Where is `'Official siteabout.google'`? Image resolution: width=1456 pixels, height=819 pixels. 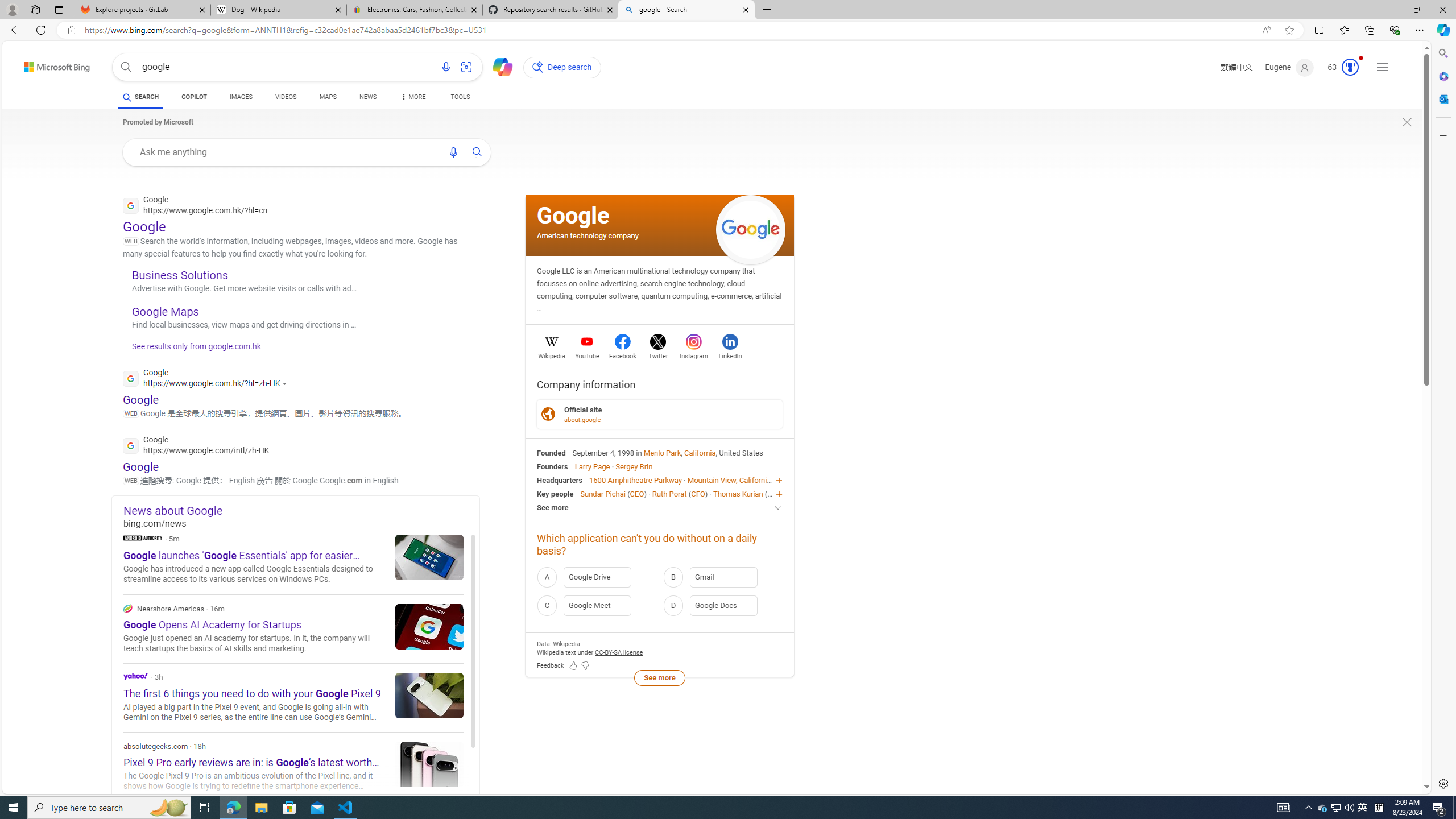
'Official siteabout.google' is located at coordinates (659, 413).